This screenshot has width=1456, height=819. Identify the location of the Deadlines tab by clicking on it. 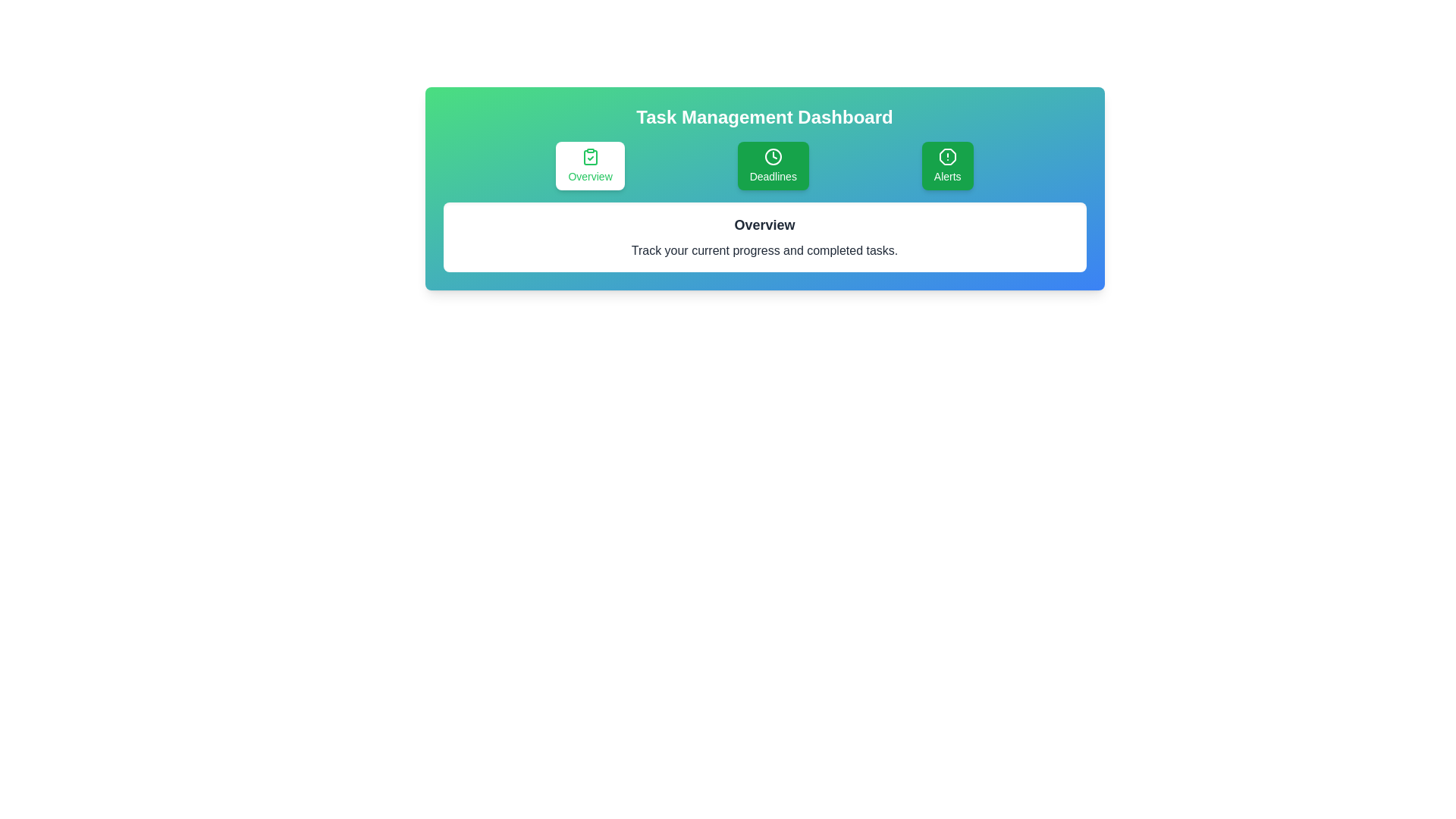
(773, 166).